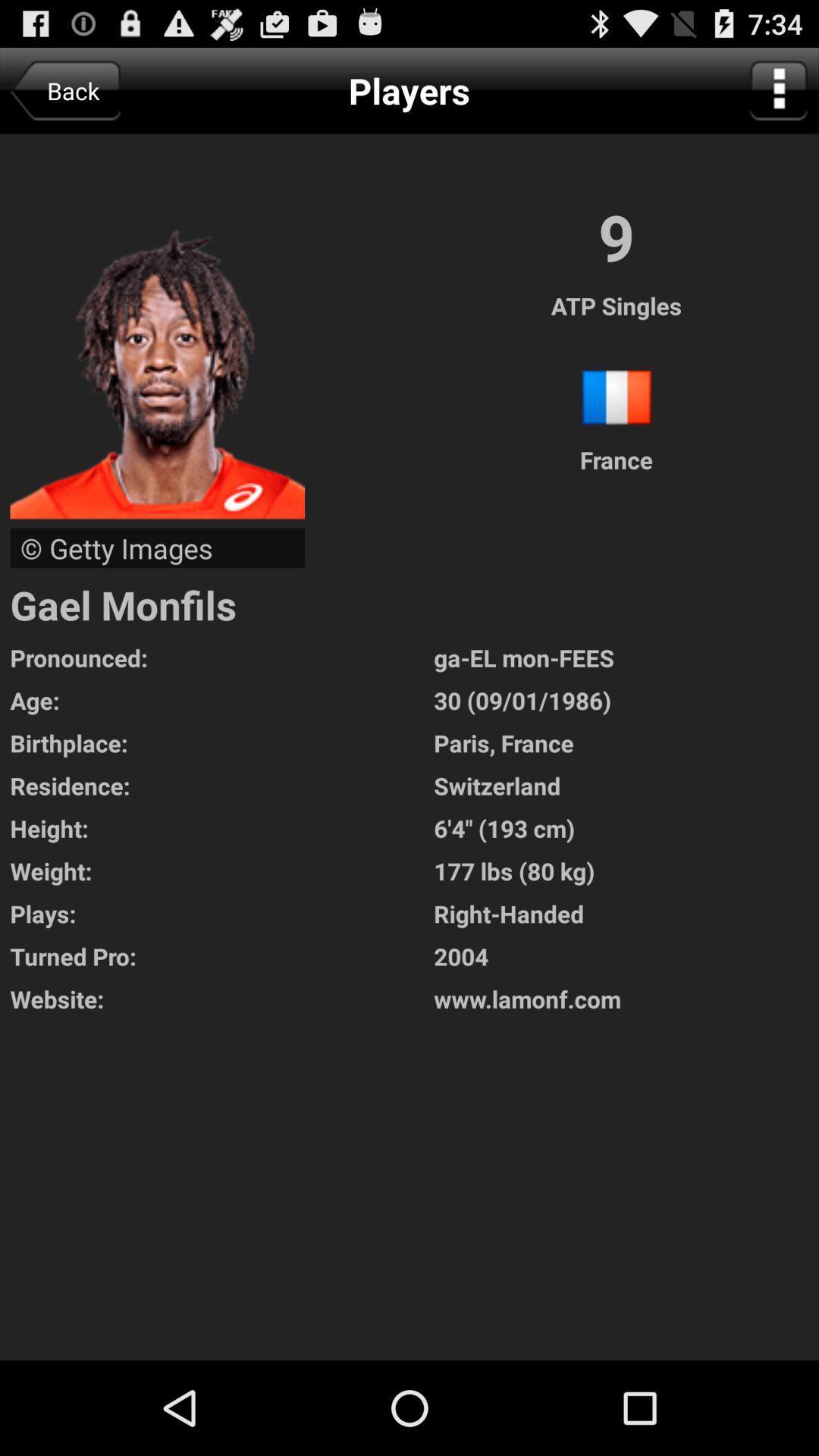 This screenshot has height=1456, width=819. I want to click on the icon above the website: icon, so click(626, 955).